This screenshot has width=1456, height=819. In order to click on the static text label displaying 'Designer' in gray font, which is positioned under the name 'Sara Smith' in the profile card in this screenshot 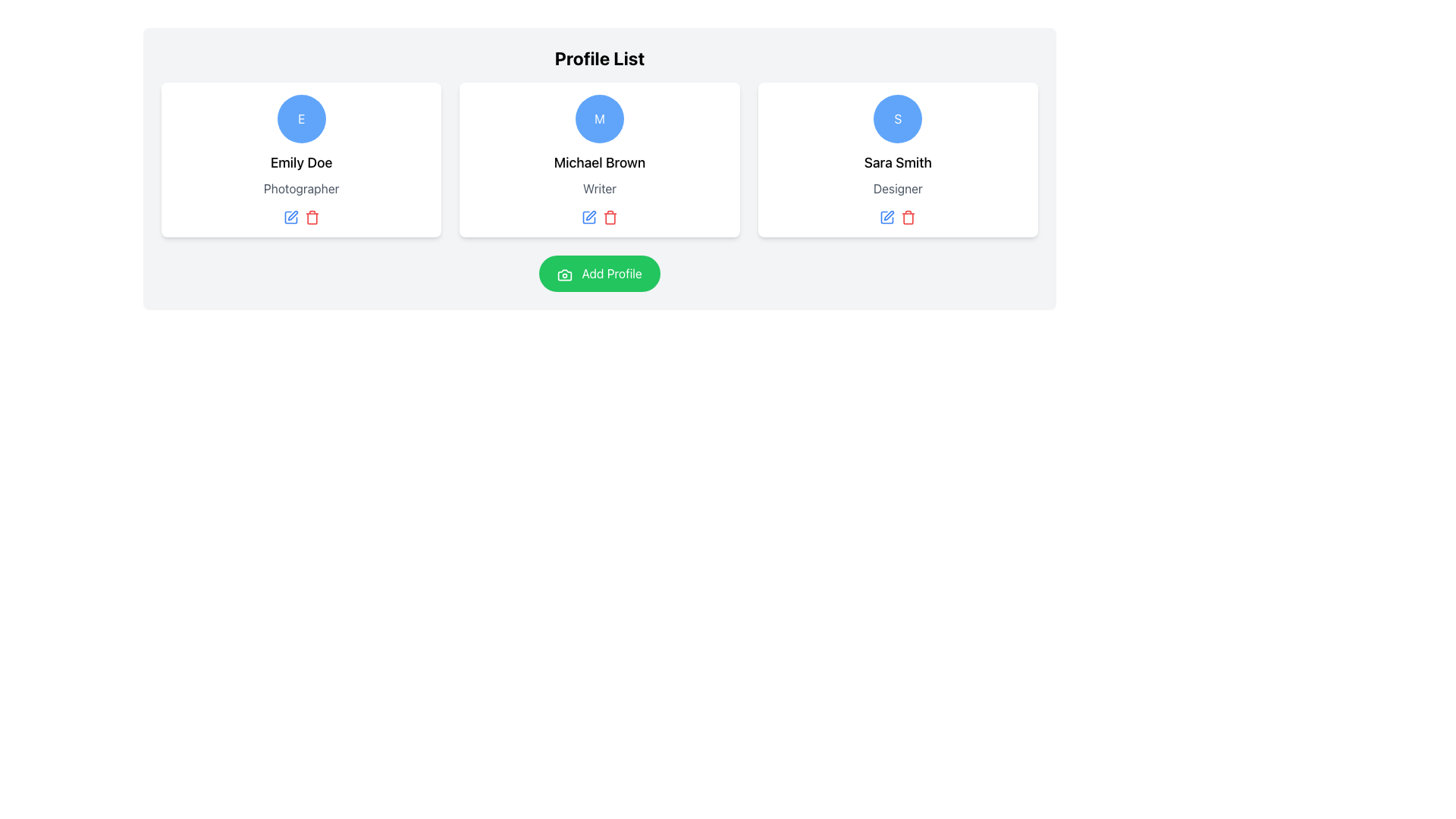, I will do `click(898, 188)`.